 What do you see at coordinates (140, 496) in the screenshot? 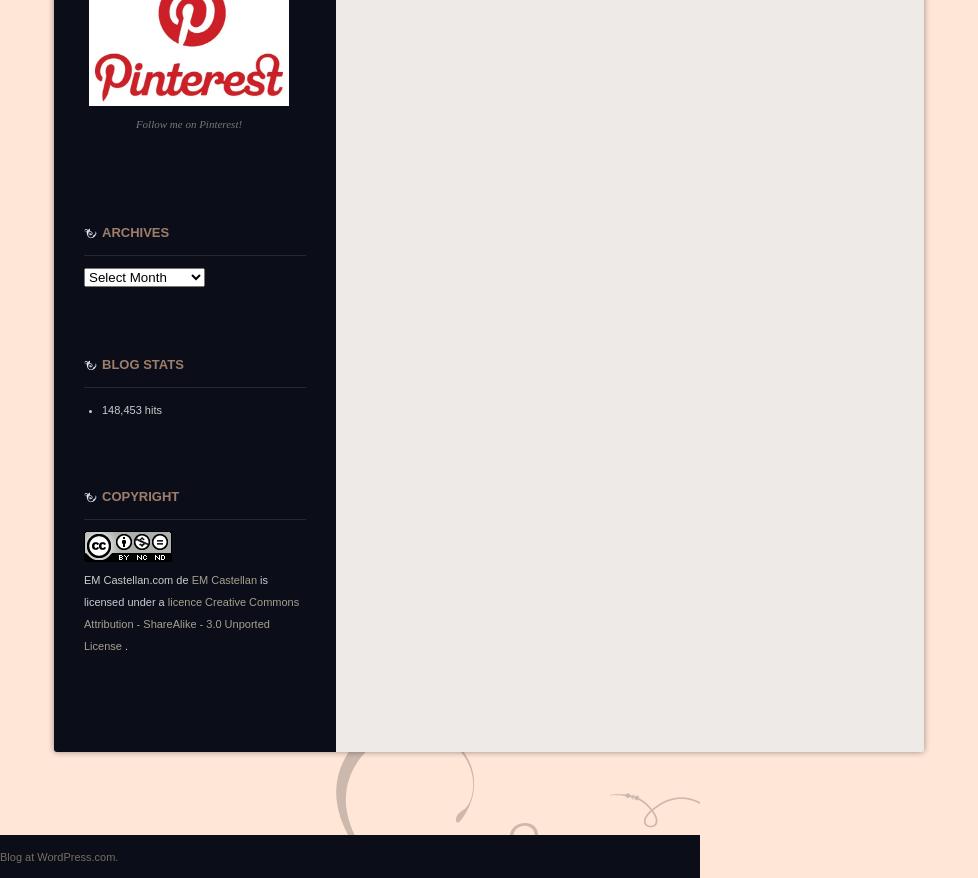
I see `'Copyright'` at bounding box center [140, 496].